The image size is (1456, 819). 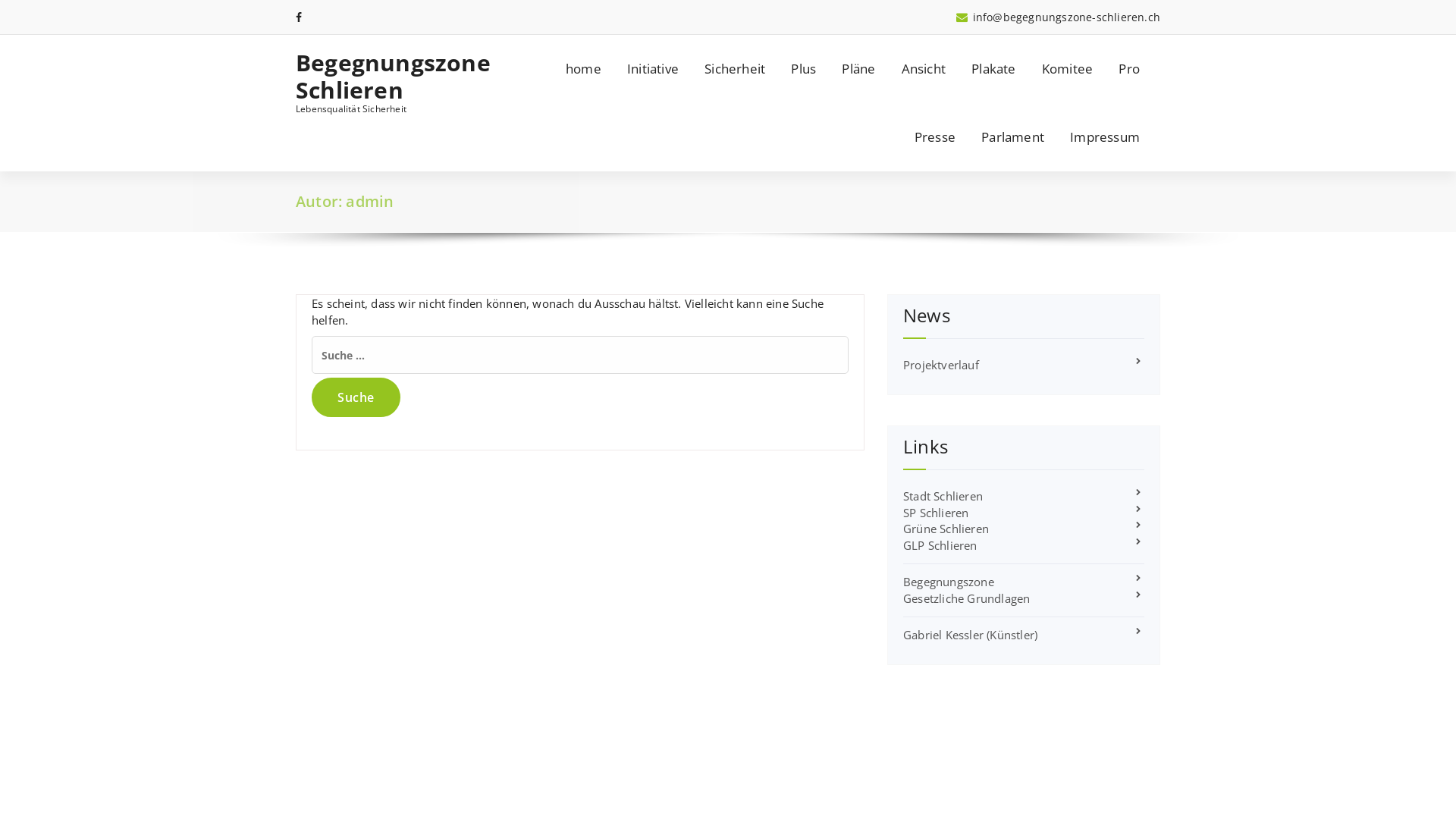 What do you see at coordinates (939, 544) in the screenshot?
I see `'GLP Schlieren'` at bounding box center [939, 544].